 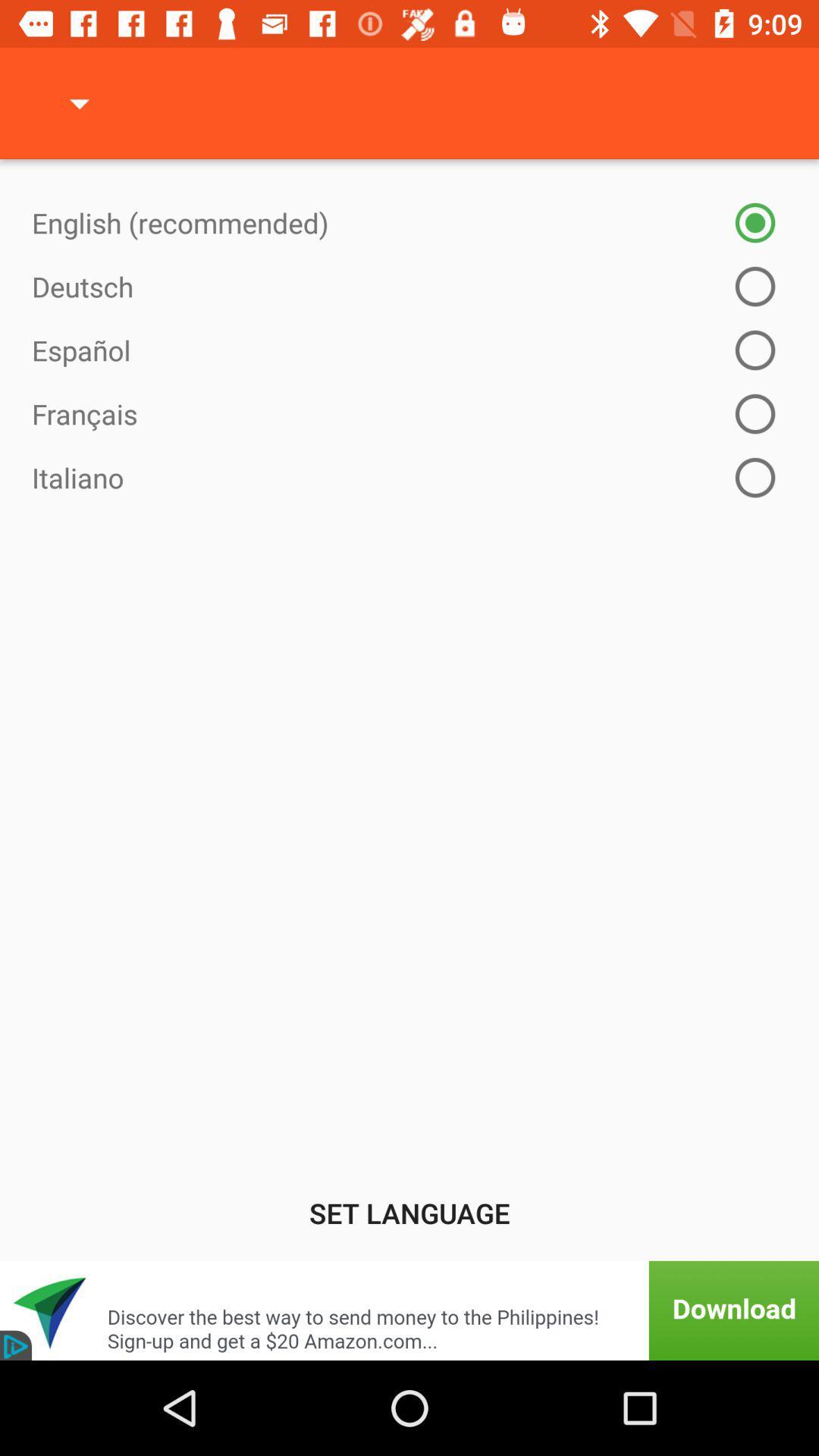 I want to click on download, so click(x=409, y=1310).